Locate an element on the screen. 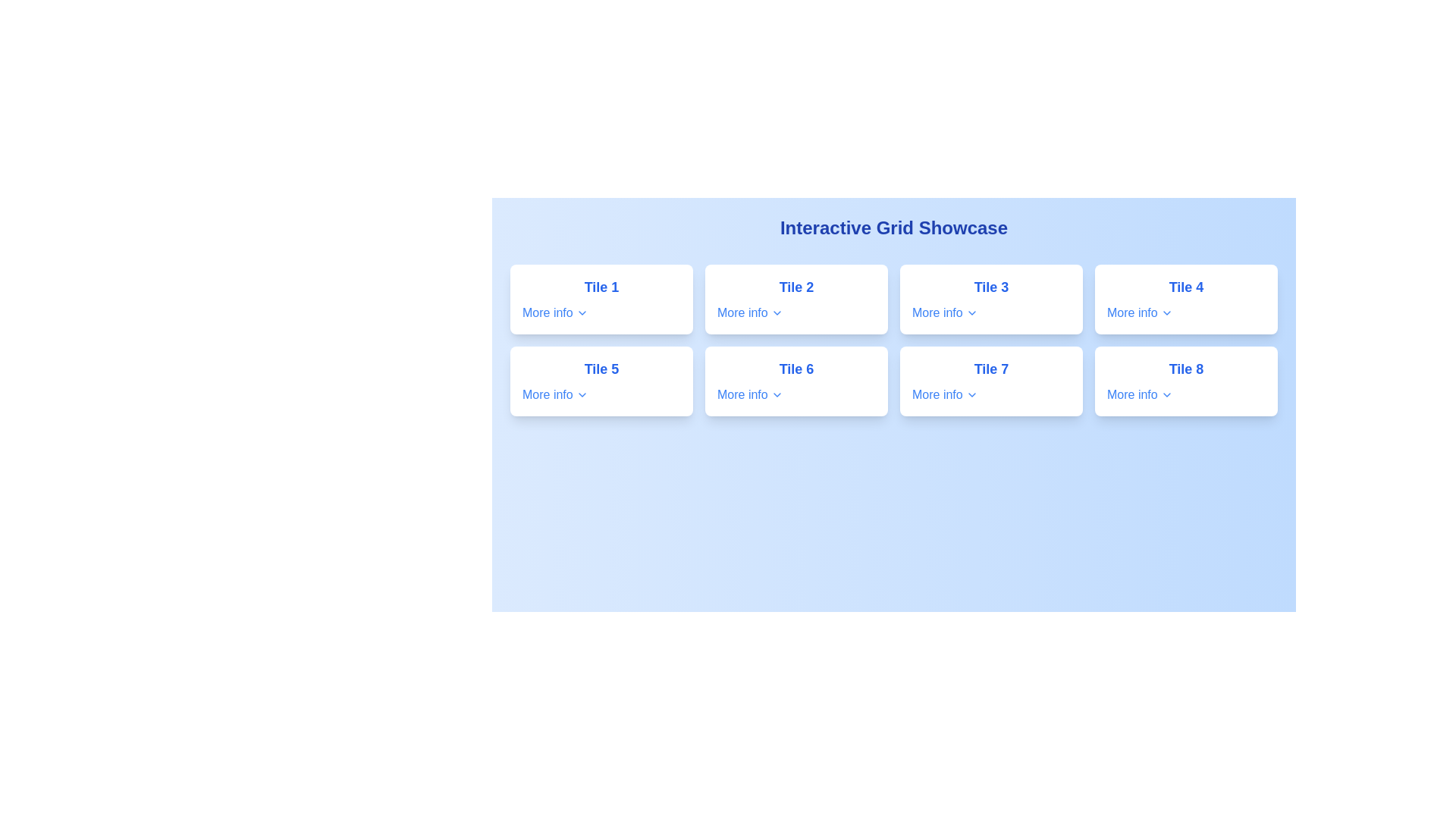 The image size is (1456, 819). the 'More info' link on the eighth informational tile located in the fourth column of the second row is located at coordinates (1185, 380).